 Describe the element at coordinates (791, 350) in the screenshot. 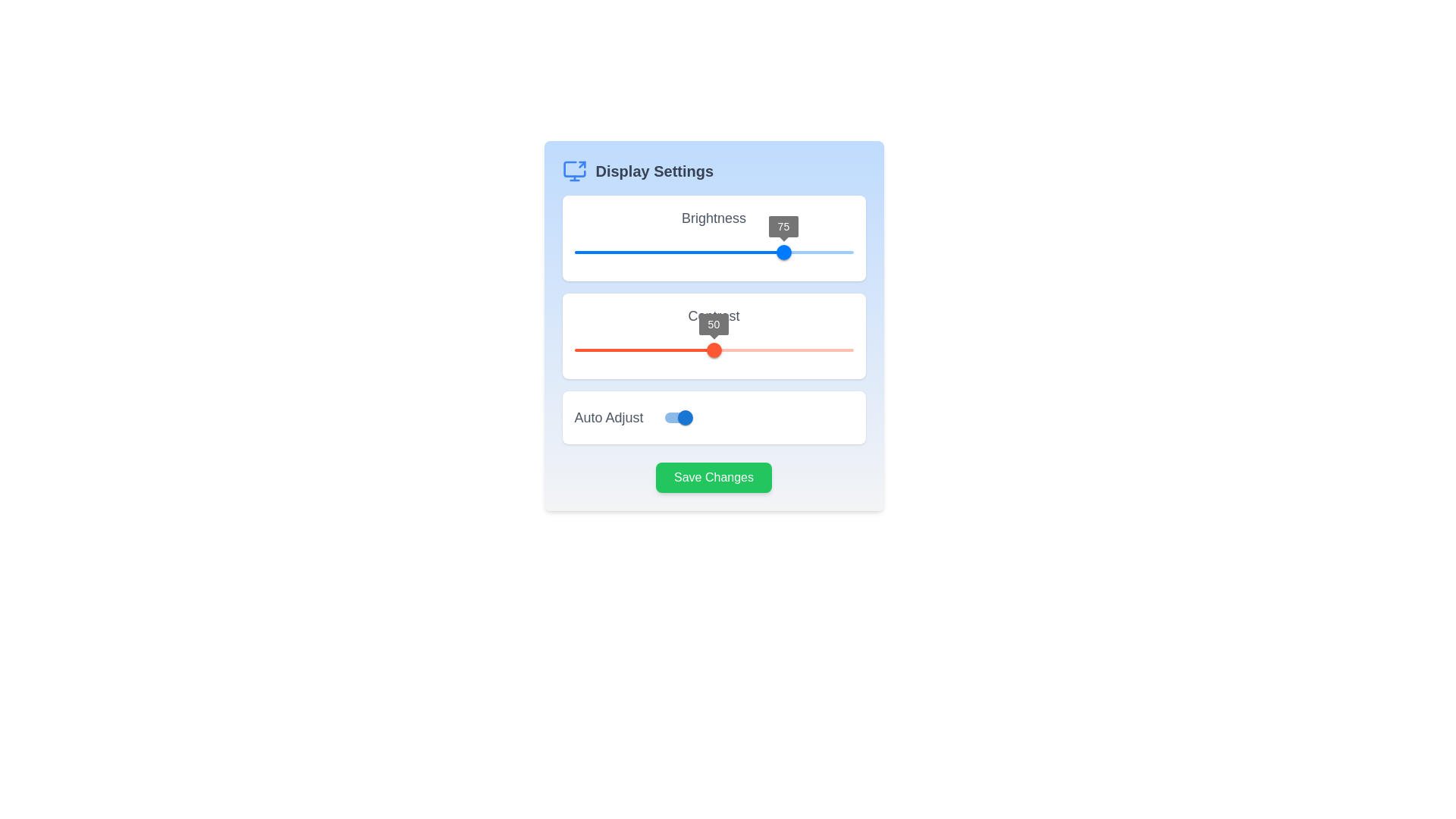

I see `contrast slider` at that location.